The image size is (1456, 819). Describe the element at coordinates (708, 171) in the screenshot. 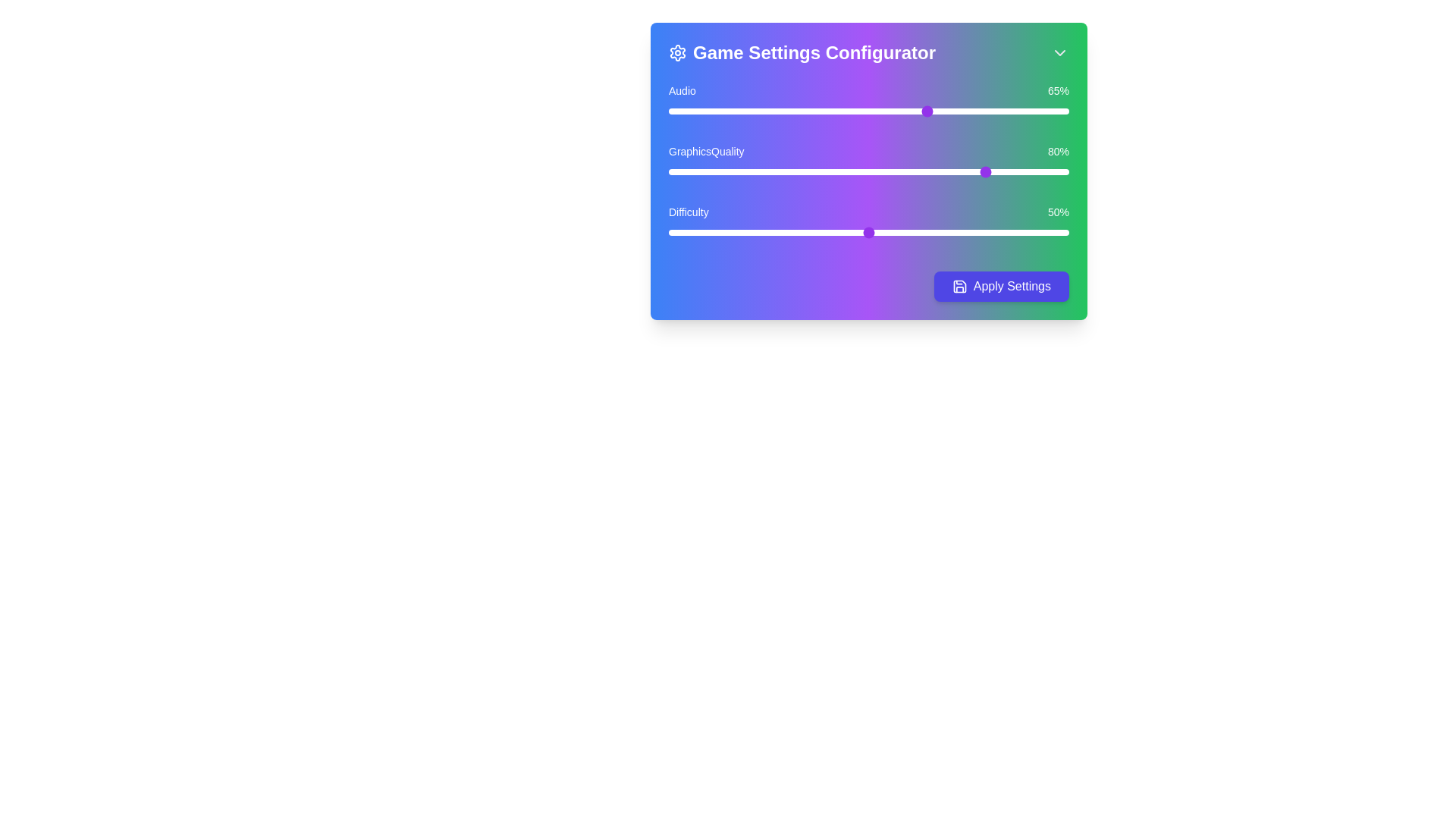

I see `the Graphics Quality` at that location.